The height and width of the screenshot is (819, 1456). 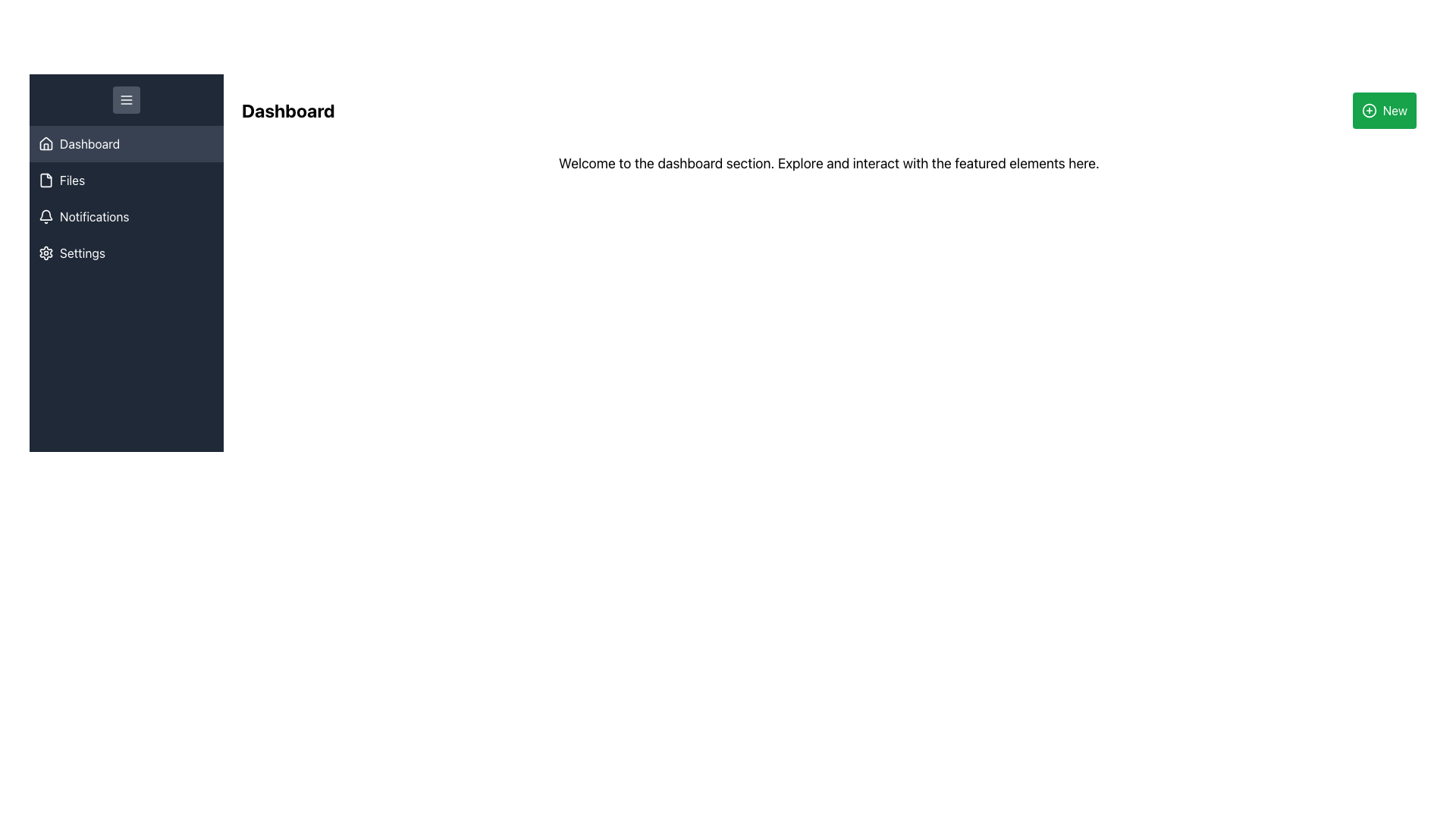 What do you see at coordinates (46, 253) in the screenshot?
I see `the cogwheel icon located in the sidebar menu, which symbolizes the settings or customization functionality within the application` at bounding box center [46, 253].